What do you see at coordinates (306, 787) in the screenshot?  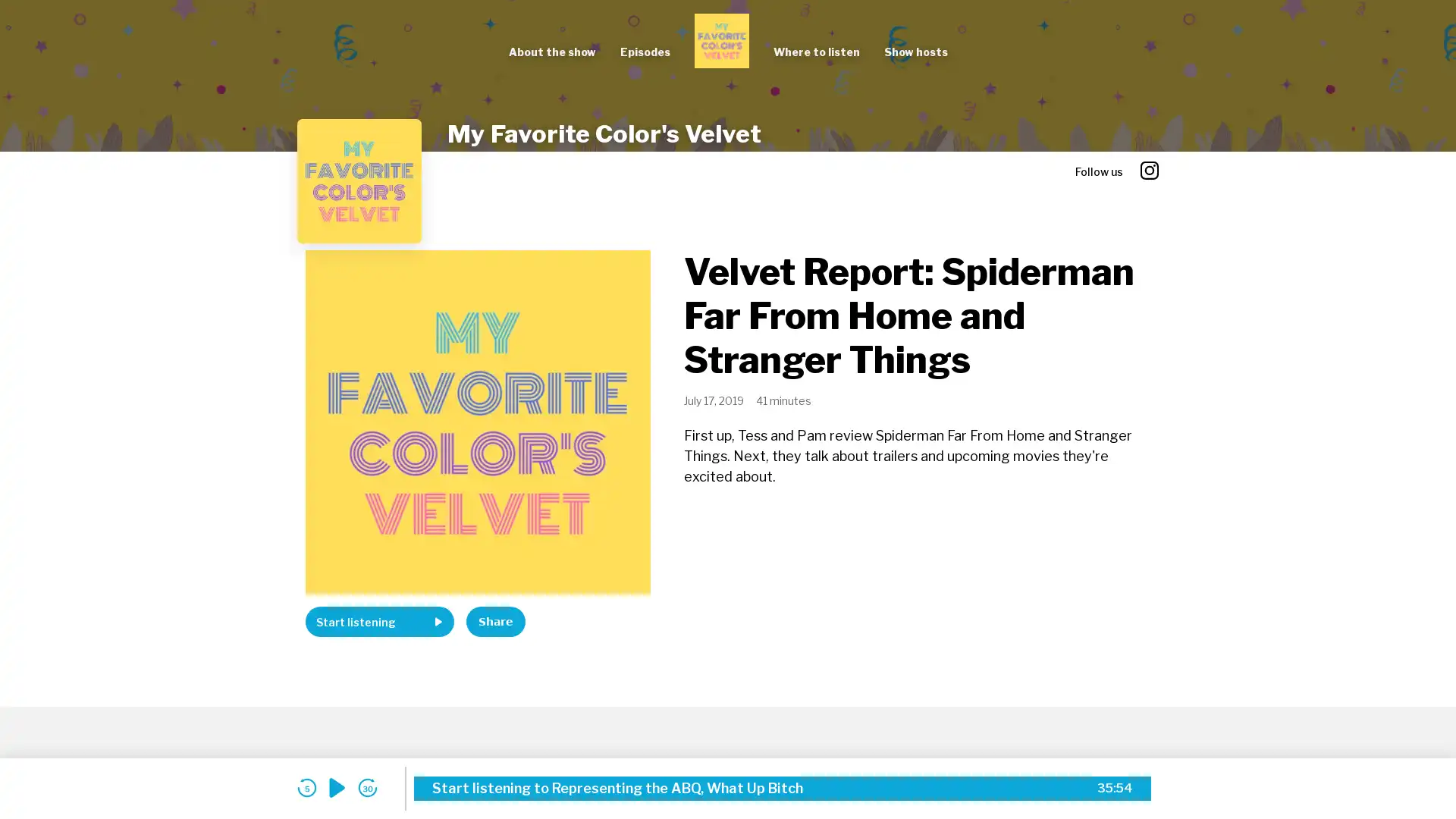 I see `skip back 5 seconds` at bounding box center [306, 787].